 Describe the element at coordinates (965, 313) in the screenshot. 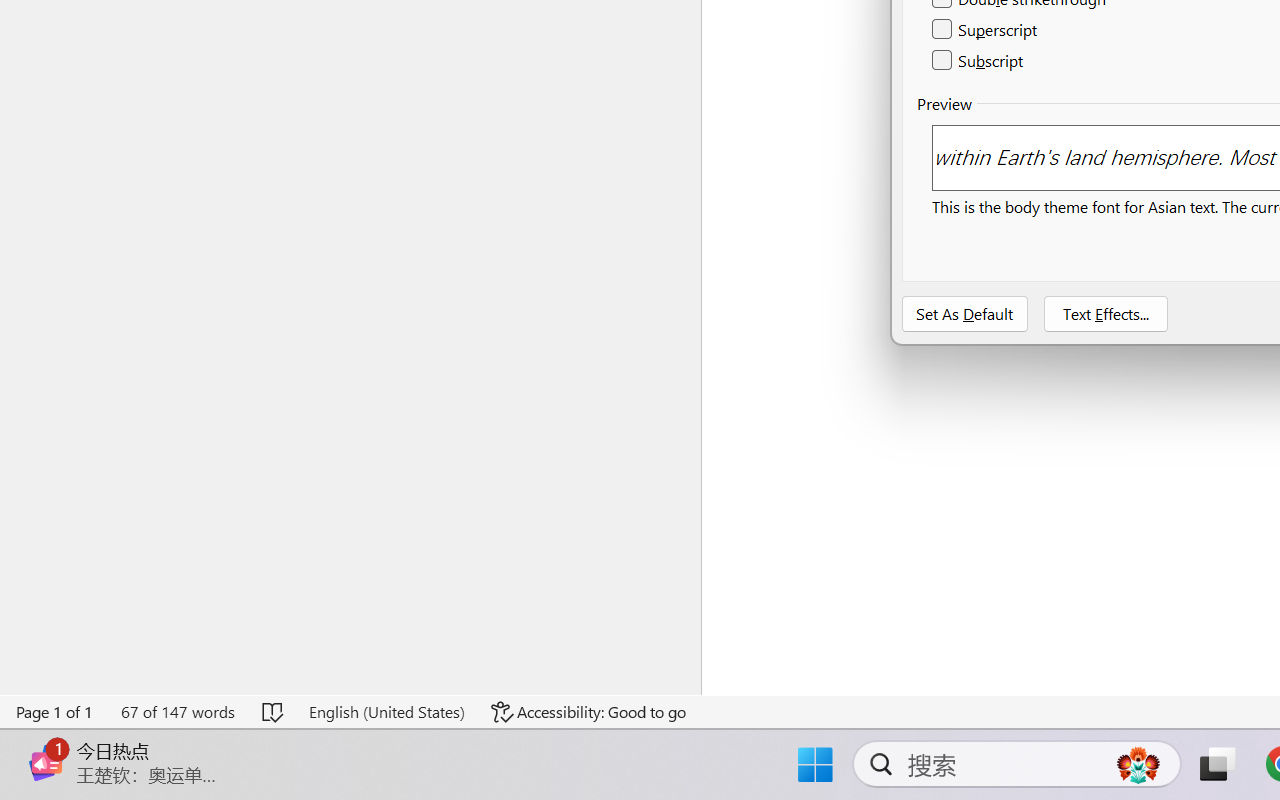

I see `'Set As Default'` at that location.